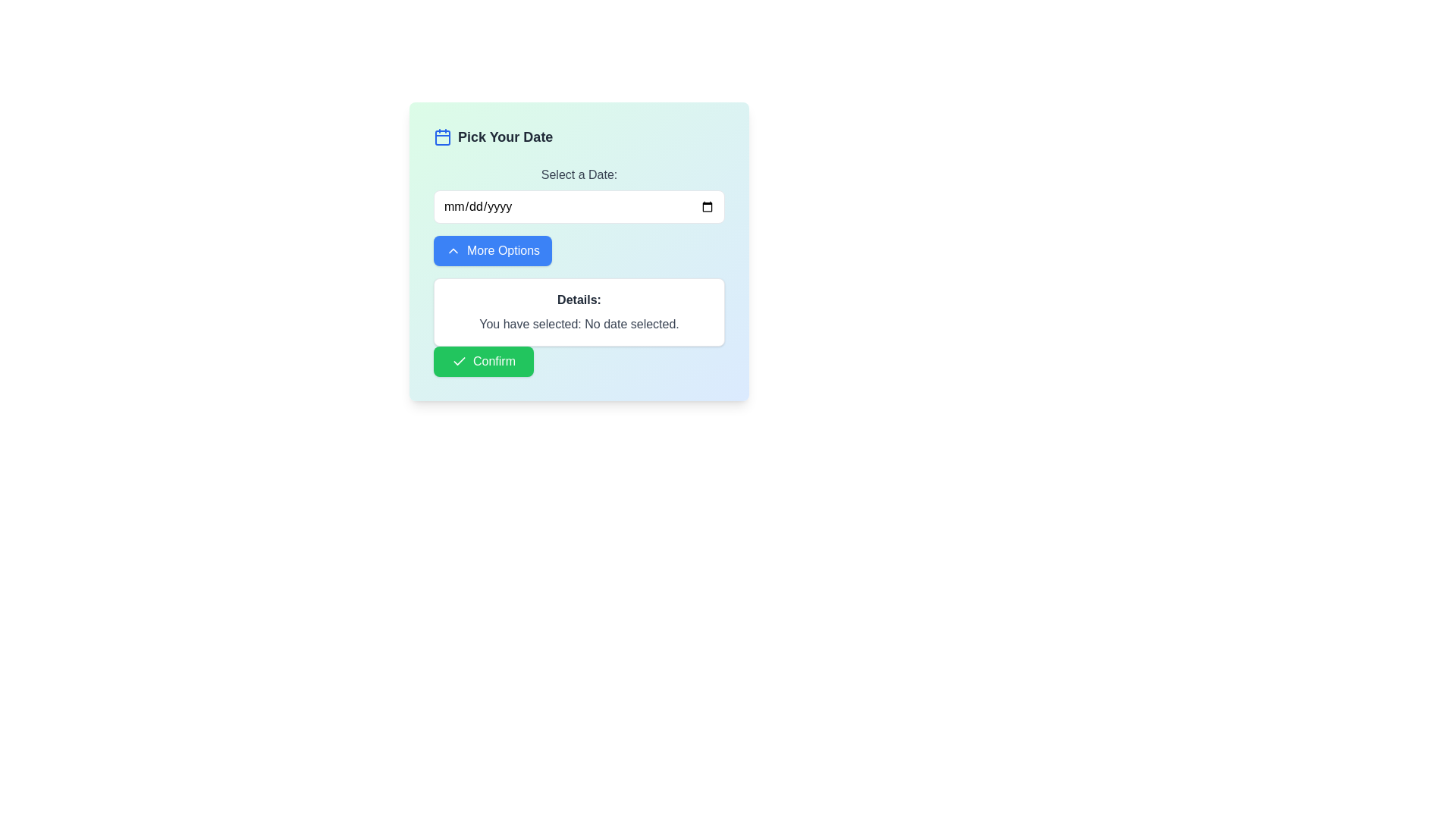 The width and height of the screenshot is (1456, 819). What do you see at coordinates (578, 324) in the screenshot?
I see `the static text element displaying 'You have selected: No date selected.' which is located within a white box labeled 'Details:' and positioned below the 'More Options' button` at bounding box center [578, 324].